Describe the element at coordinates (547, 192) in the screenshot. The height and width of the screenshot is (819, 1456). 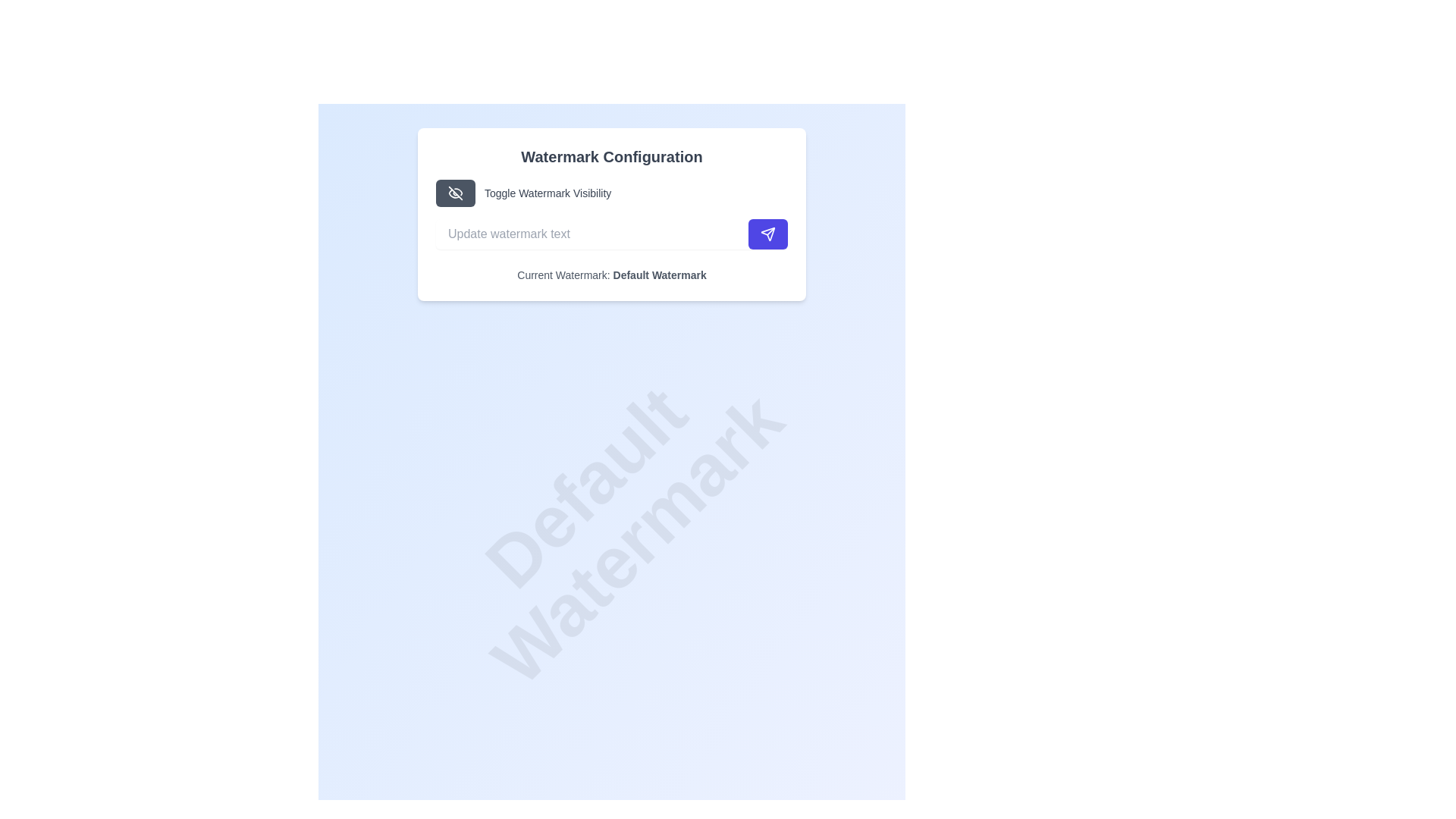
I see `the Text label that describes the adjacent toggle button for the watermark visibility in the 'Watermark Configuration' panel` at that location.